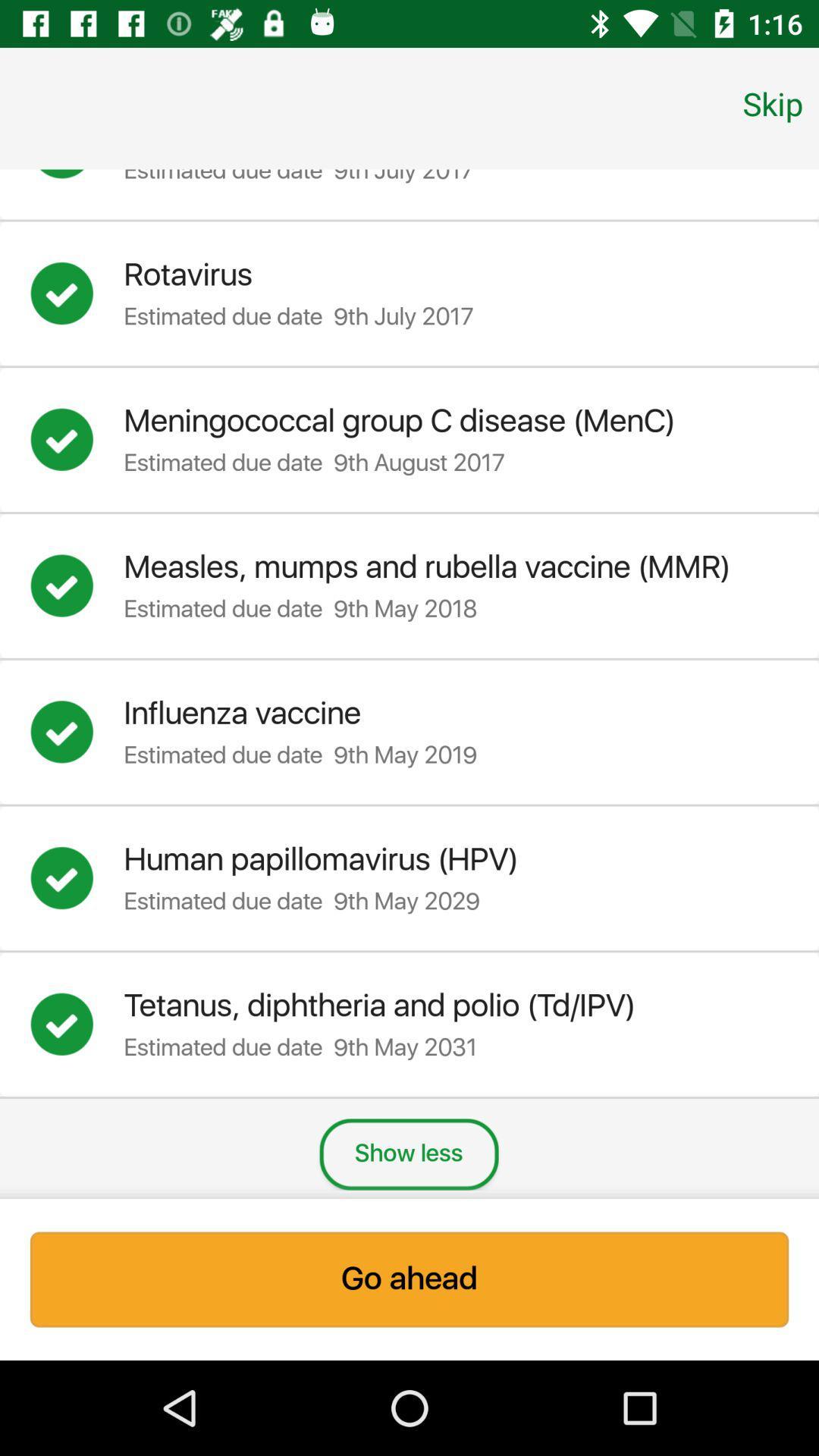 The image size is (819, 1456). Describe the element at coordinates (77, 732) in the screenshot. I see `verify item` at that location.